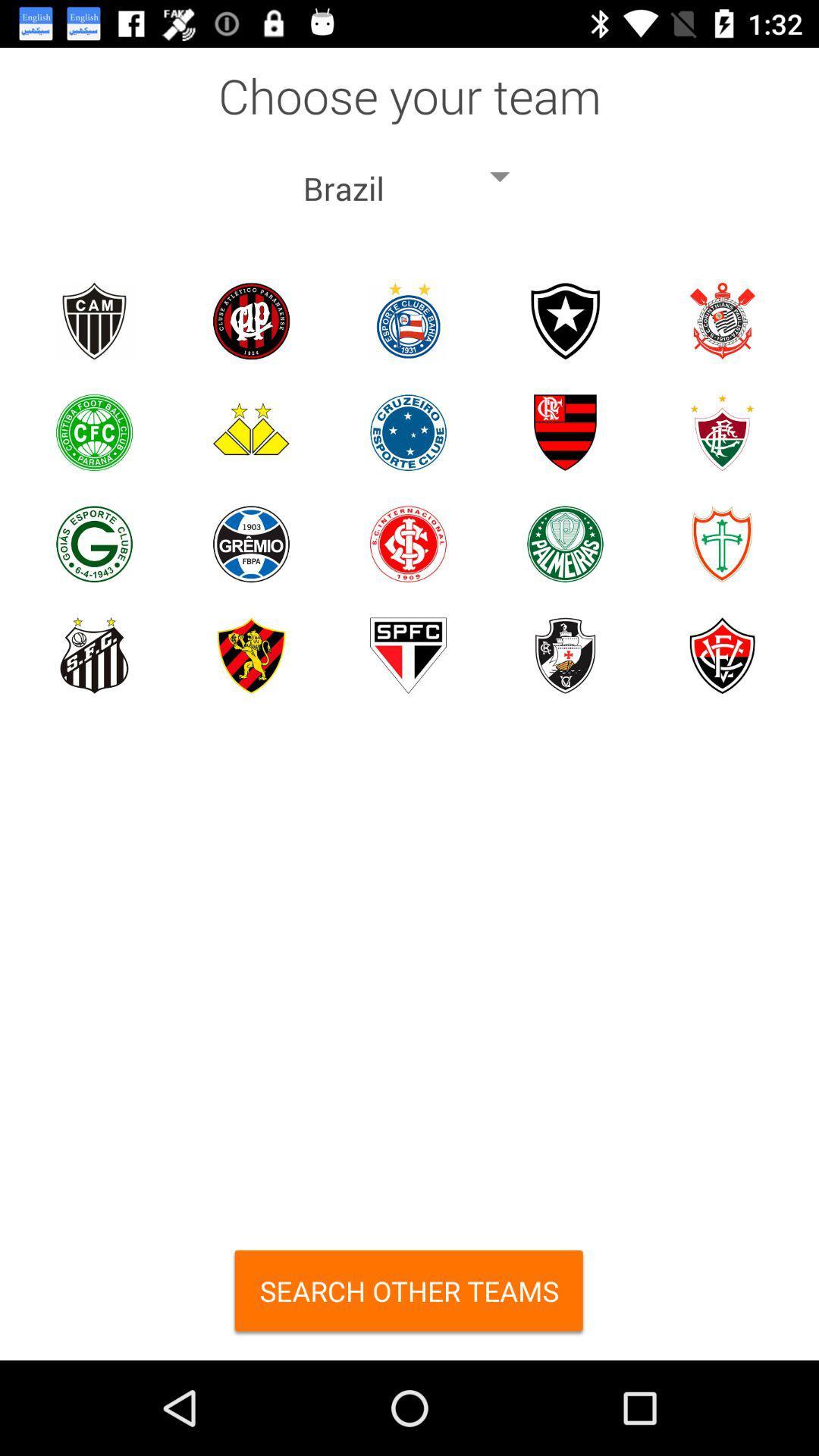 Image resolution: width=819 pixels, height=1456 pixels. Describe the element at coordinates (407, 544) in the screenshot. I see `to choose this team` at that location.